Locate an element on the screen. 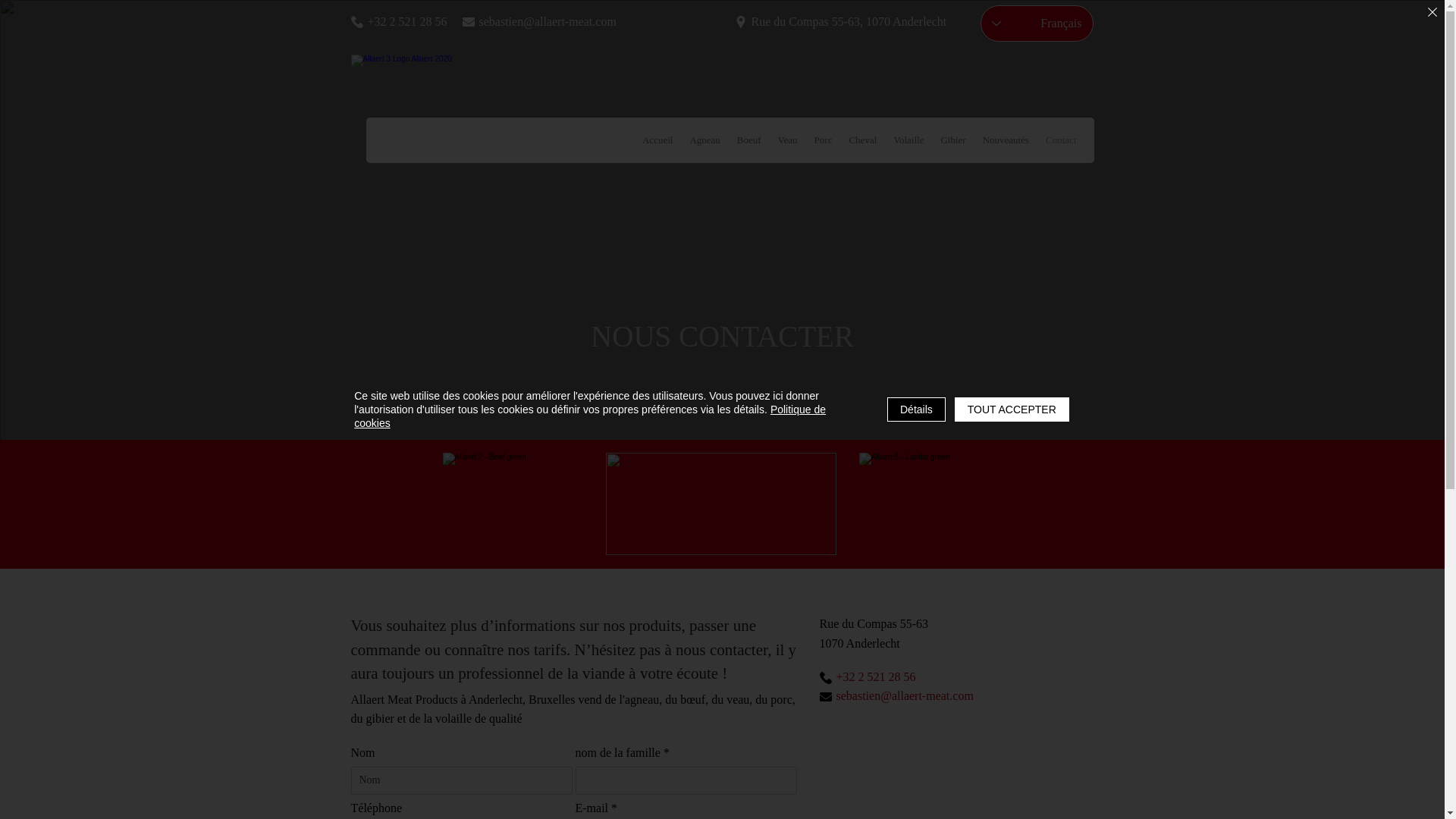  'Agneau' is located at coordinates (704, 140).